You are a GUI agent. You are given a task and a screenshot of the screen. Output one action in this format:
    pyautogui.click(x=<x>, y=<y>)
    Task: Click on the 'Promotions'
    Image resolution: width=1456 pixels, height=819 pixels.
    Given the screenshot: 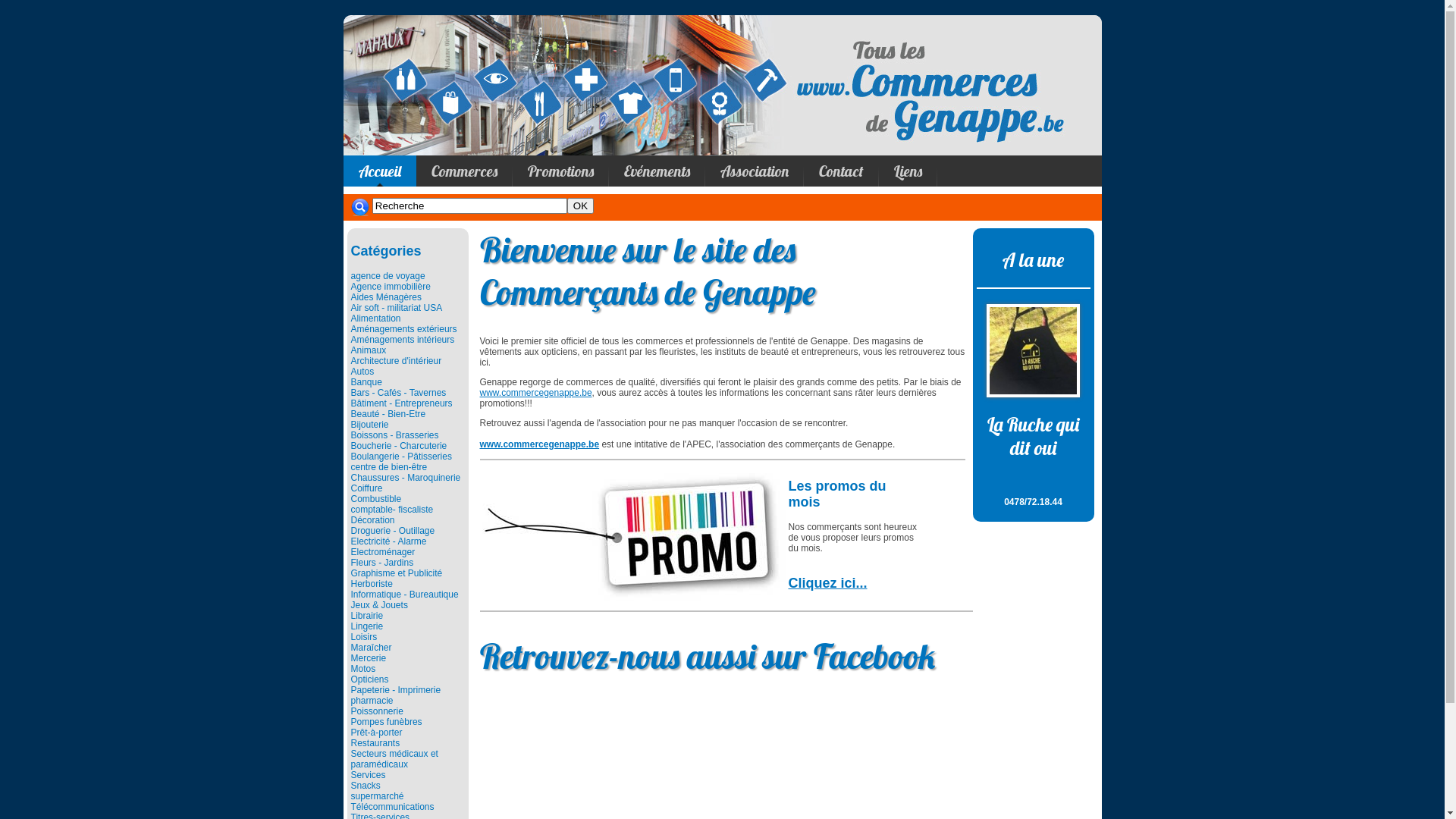 What is the action you would take?
    pyautogui.click(x=560, y=171)
    